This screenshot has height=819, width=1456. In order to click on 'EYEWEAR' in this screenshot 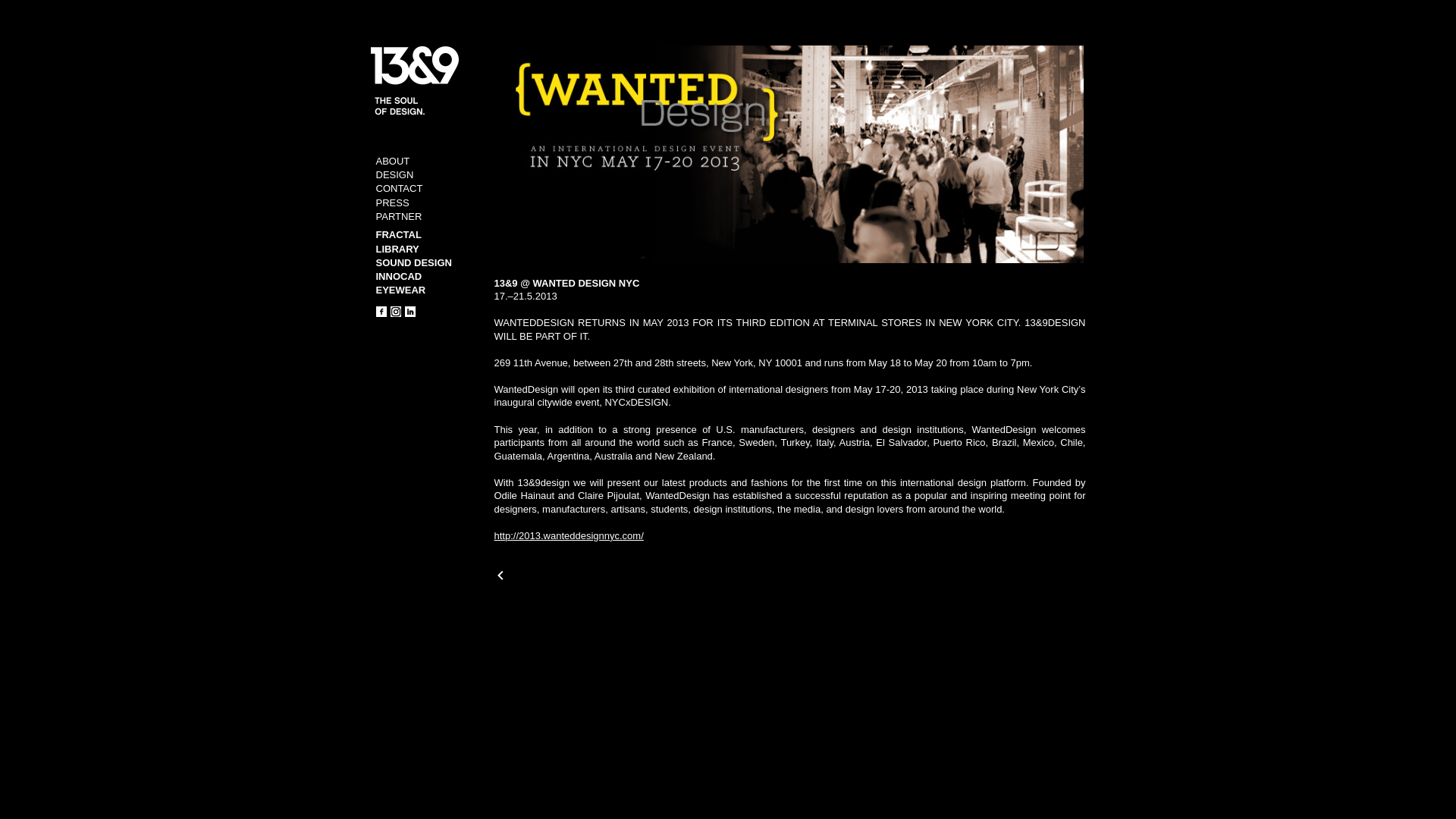, I will do `click(400, 290)`.